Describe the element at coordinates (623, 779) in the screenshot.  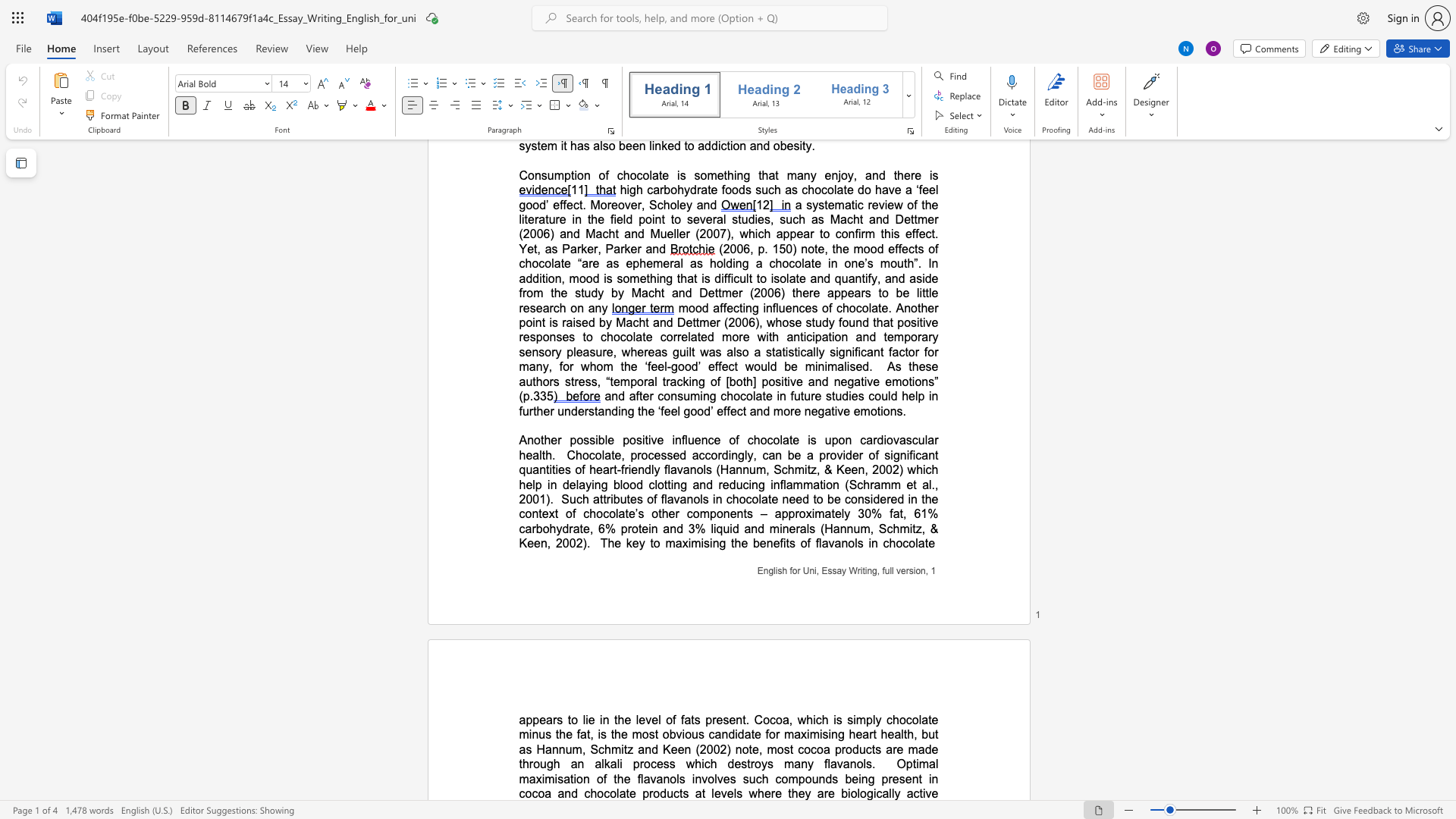
I see `the subset text "e flavanols involves such compounds being pre" within the text "Optimal maximisation of the flavanols involves such compounds being present in cocoa and chocolate products at levels where they are biologically"` at that location.